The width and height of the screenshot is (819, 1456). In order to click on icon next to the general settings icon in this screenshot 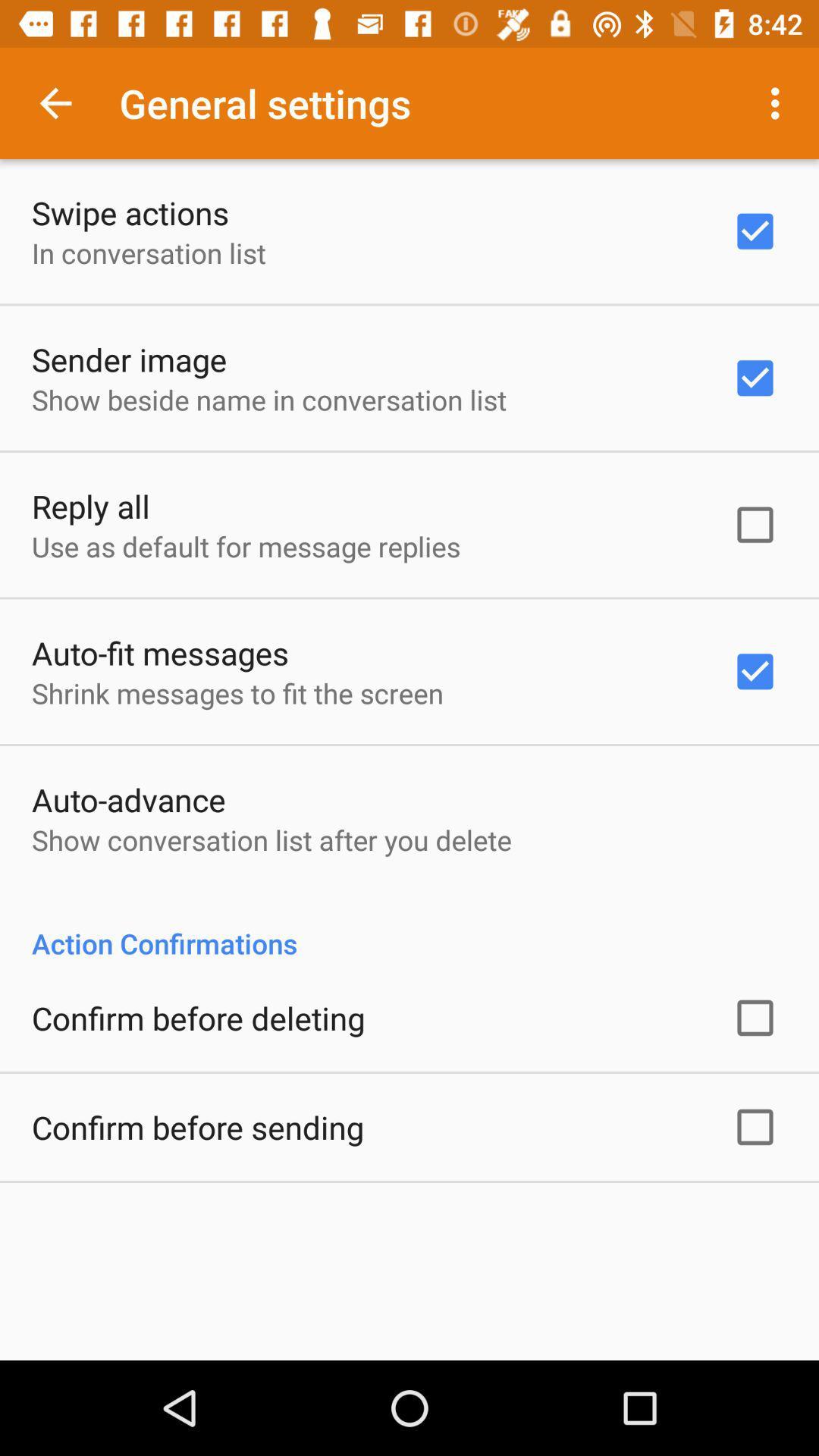, I will do `click(55, 102)`.